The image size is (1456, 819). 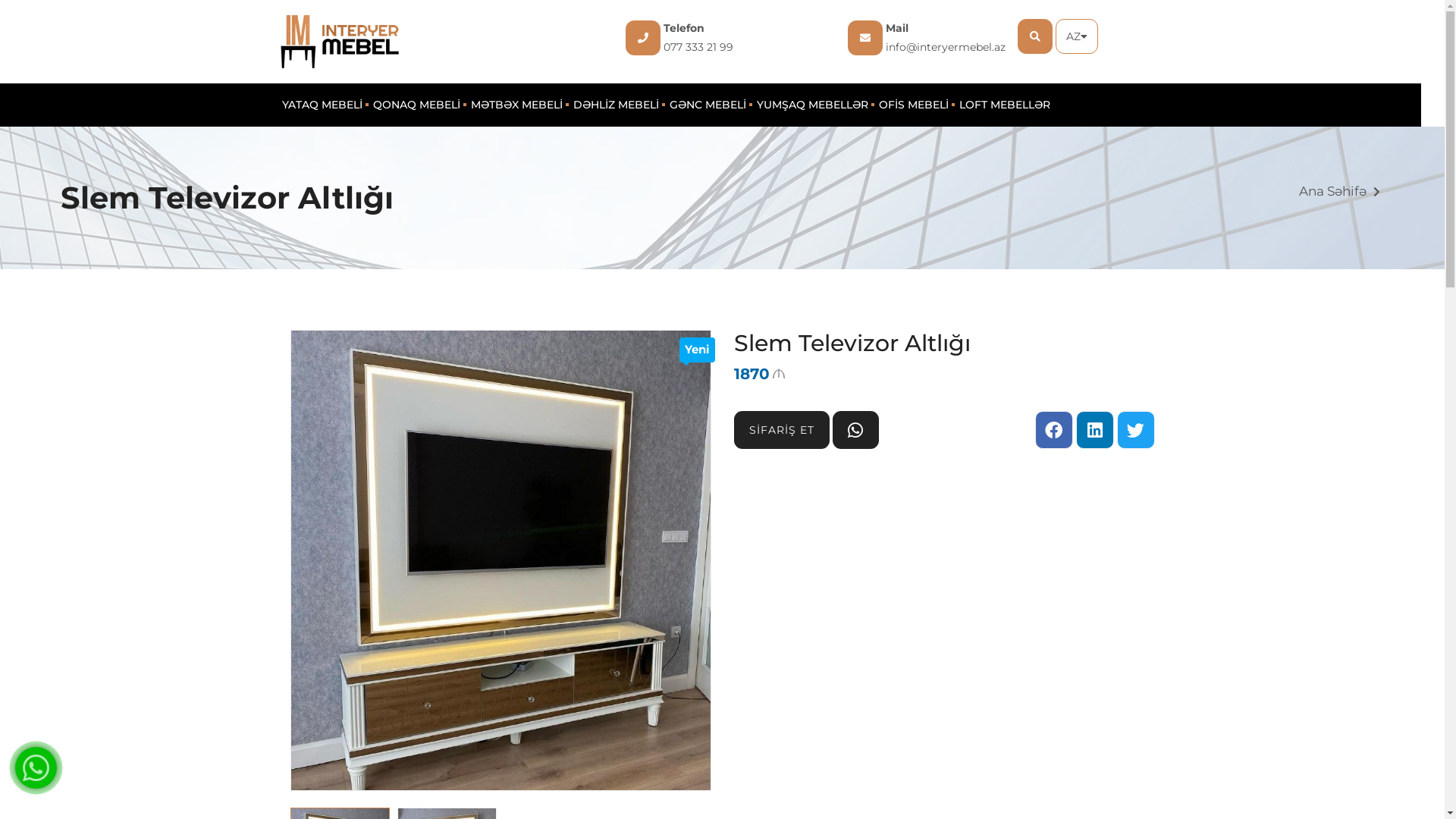 What do you see at coordinates (322, 104) in the screenshot?
I see `'YATAQ MEBELI'` at bounding box center [322, 104].